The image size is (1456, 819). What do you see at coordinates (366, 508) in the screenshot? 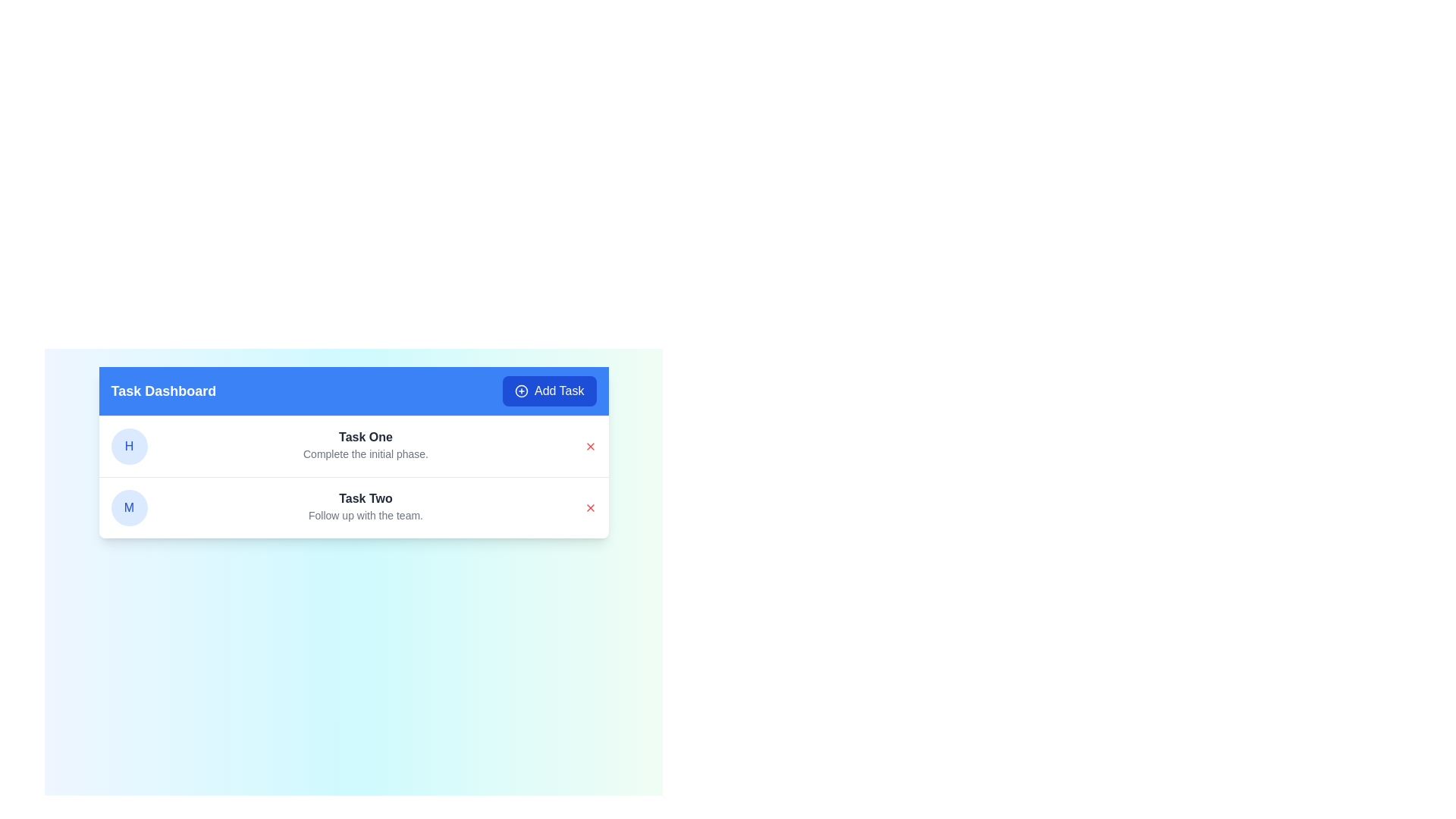
I see `the task entry text block located in the second row of the task list, which displays the task title and description` at bounding box center [366, 508].